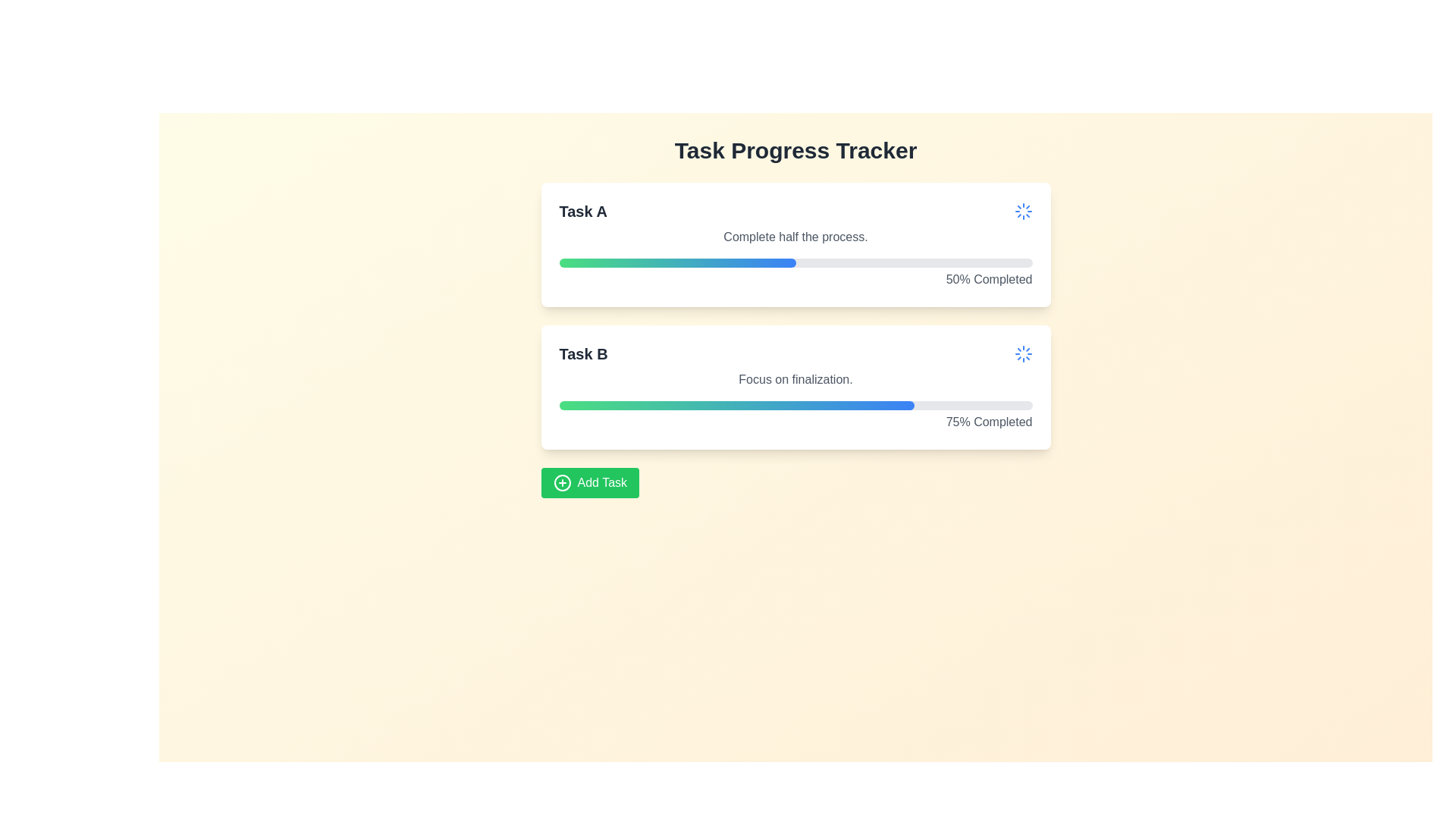 This screenshot has height=819, width=1456. What do you see at coordinates (795, 405) in the screenshot?
I see `the rectangular progress bar with rounded ends located in the 'Task B' card of the 'Task Progress Tracker' section, which features a gradient fill from green to blue, indicating progress` at bounding box center [795, 405].